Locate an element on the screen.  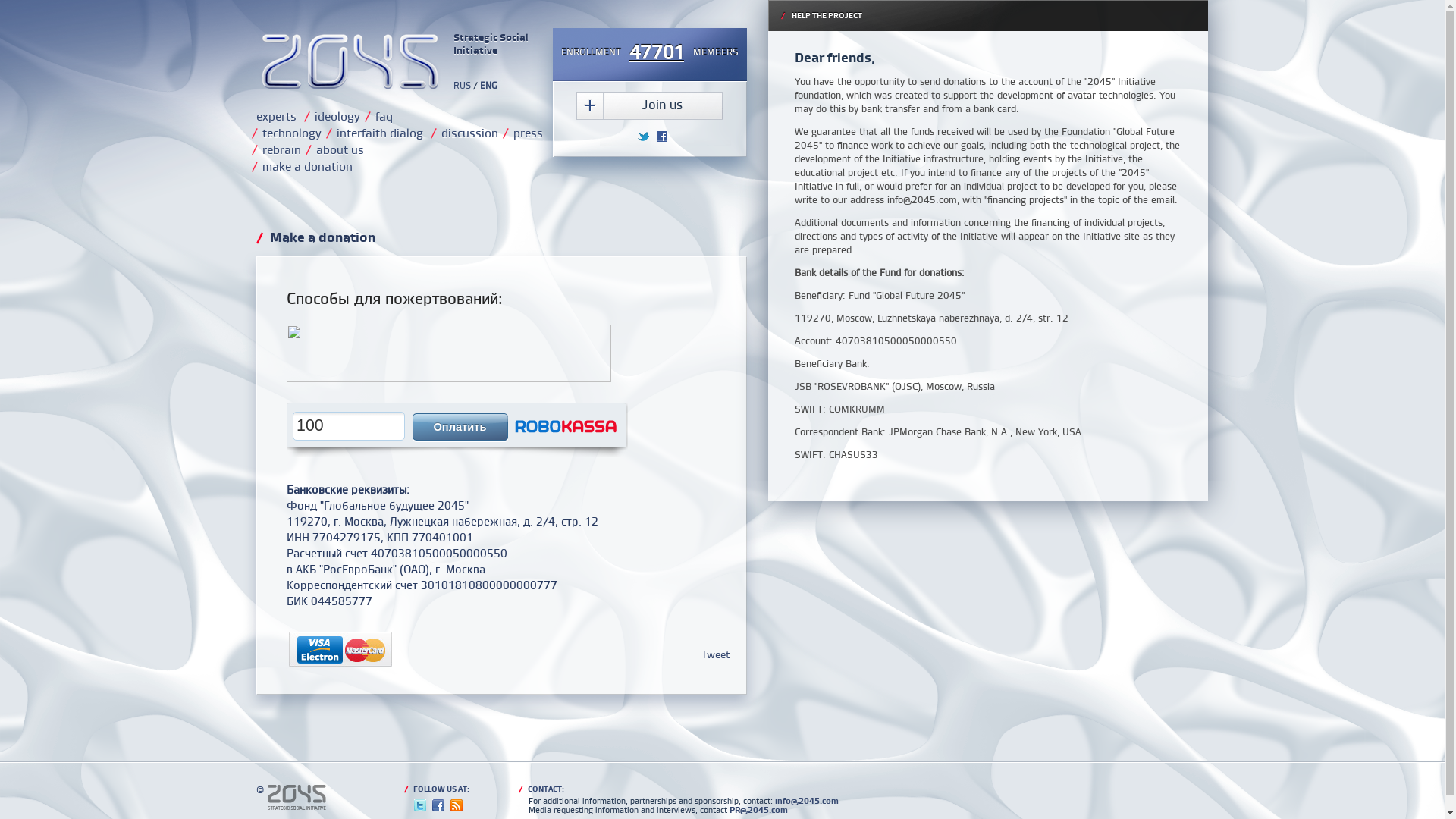
'info@2045.com' is located at coordinates (775, 800).